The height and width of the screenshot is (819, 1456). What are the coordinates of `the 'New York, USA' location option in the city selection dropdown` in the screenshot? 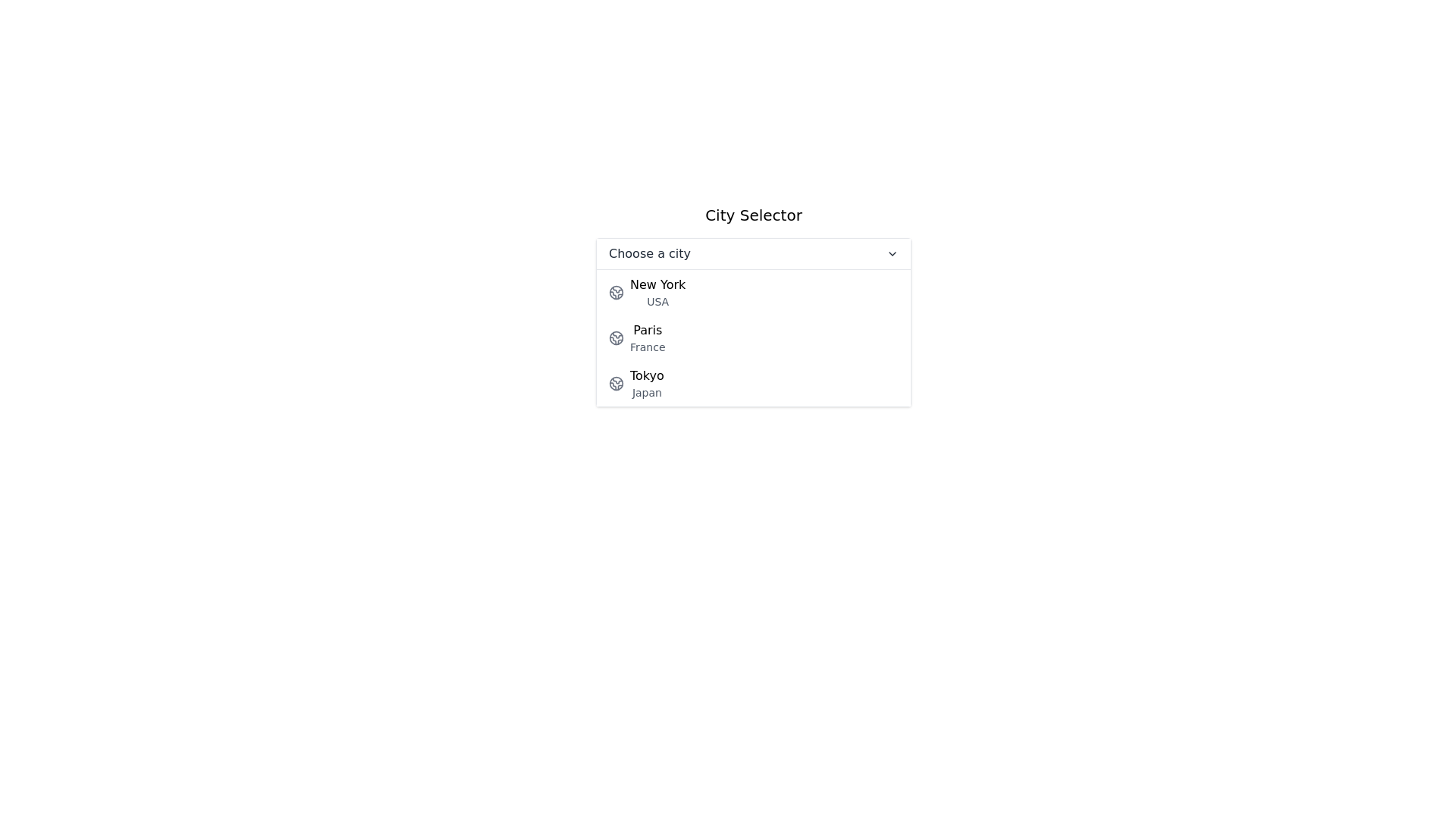 It's located at (753, 292).